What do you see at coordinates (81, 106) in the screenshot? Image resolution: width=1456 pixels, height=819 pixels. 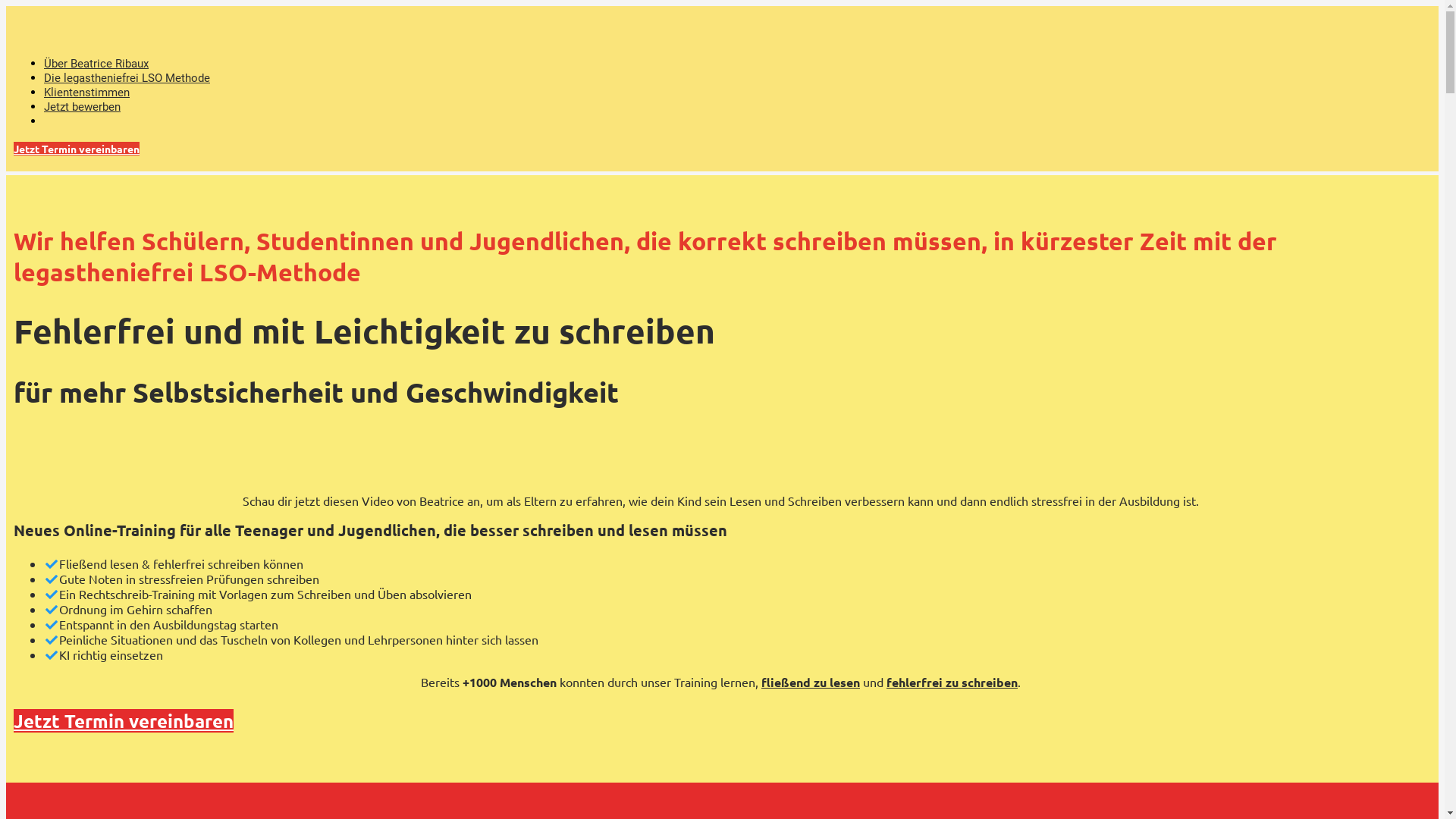 I see `'Jetzt bewerben'` at bounding box center [81, 106].